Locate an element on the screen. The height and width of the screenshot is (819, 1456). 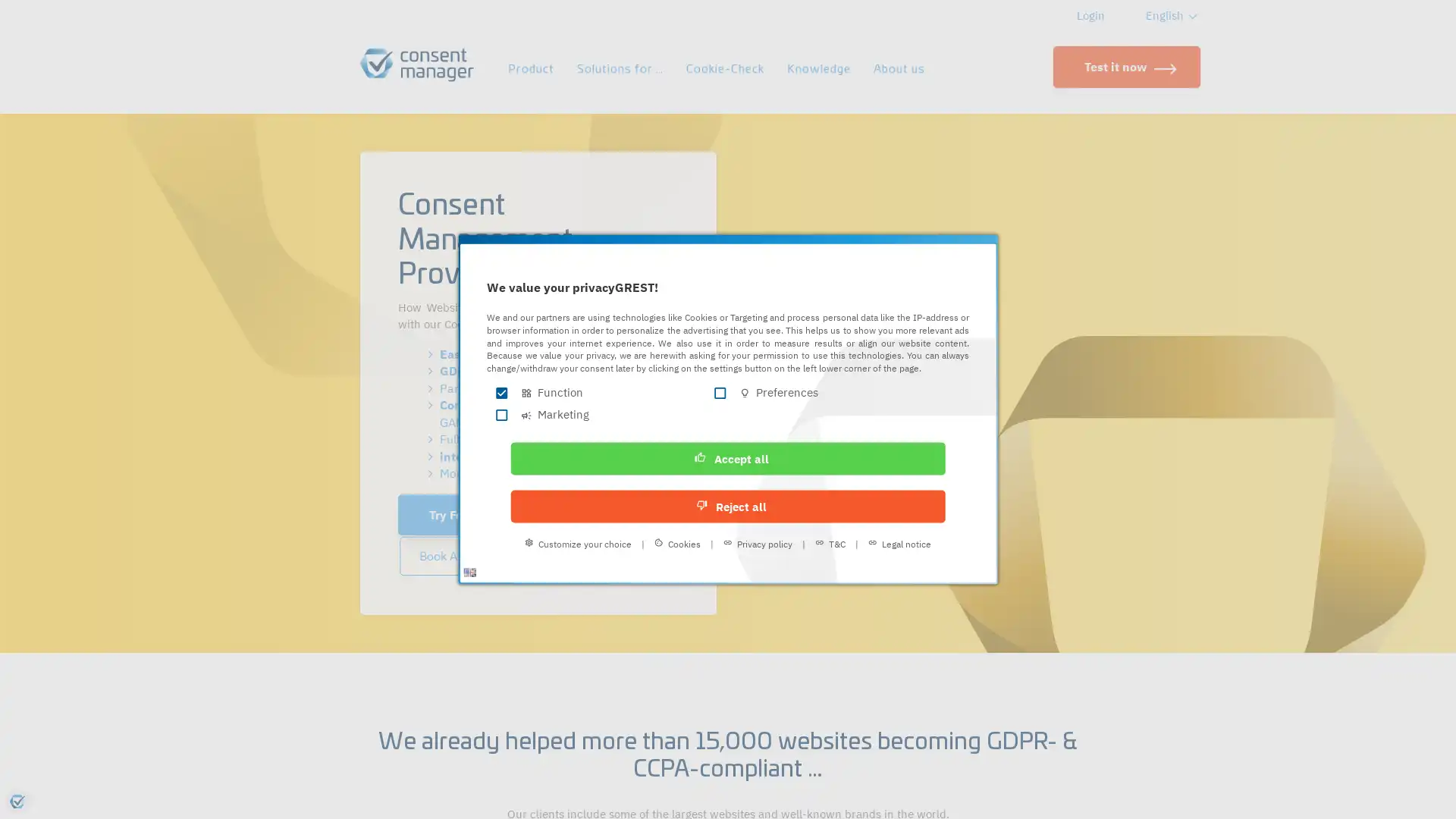
Reject all is located at coordinates (824, 475).